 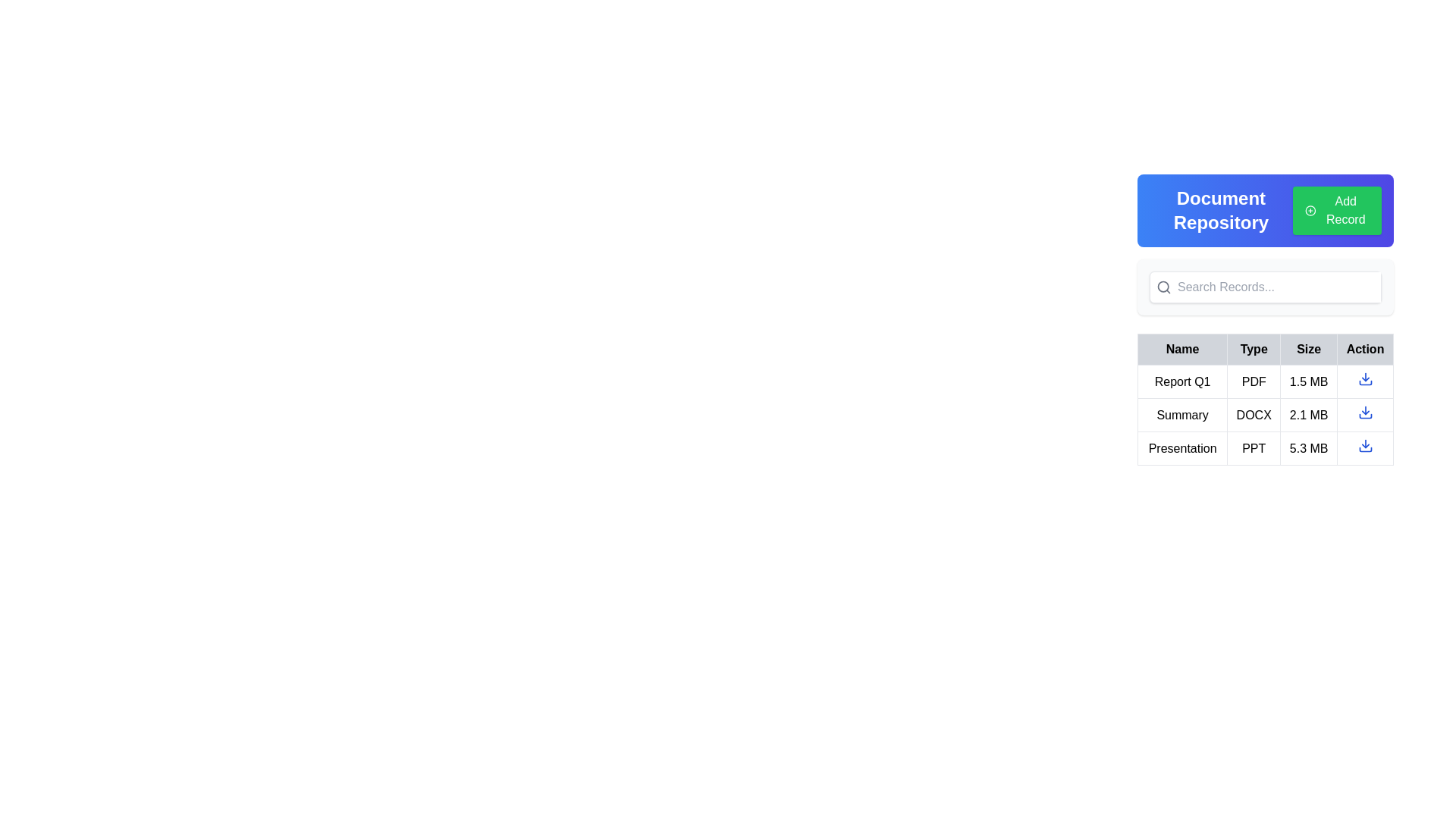 What do you see at coordinates (1181, 350) in the screenshot?
I see `the 'Name' text label in the table header, which is the first cell containing bold black text on a light gray background` at bounding box center [1181, 350].